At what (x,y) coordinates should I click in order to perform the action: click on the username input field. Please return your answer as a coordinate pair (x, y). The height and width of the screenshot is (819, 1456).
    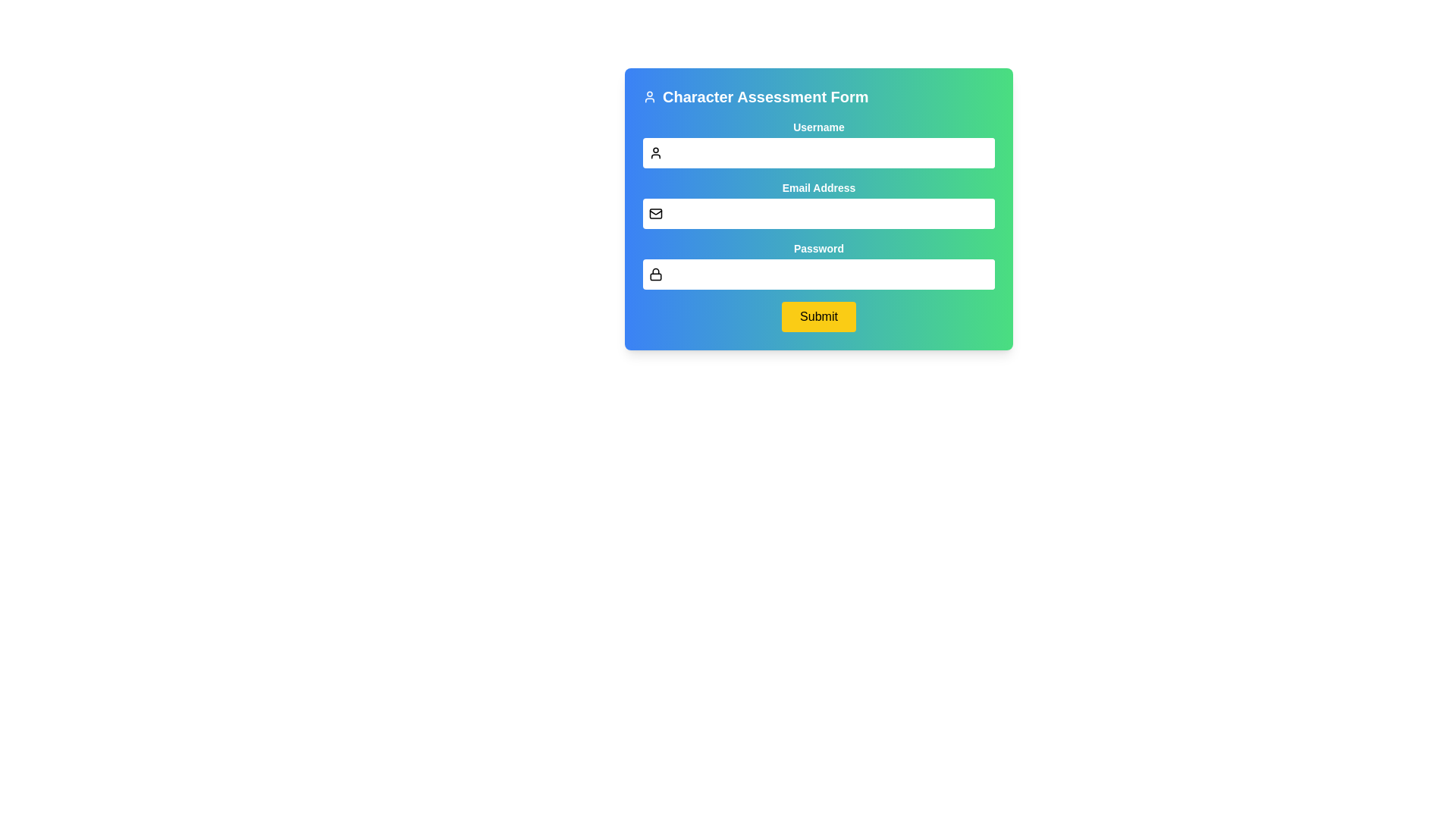
    Looking at the image, I should click on (818, 143).